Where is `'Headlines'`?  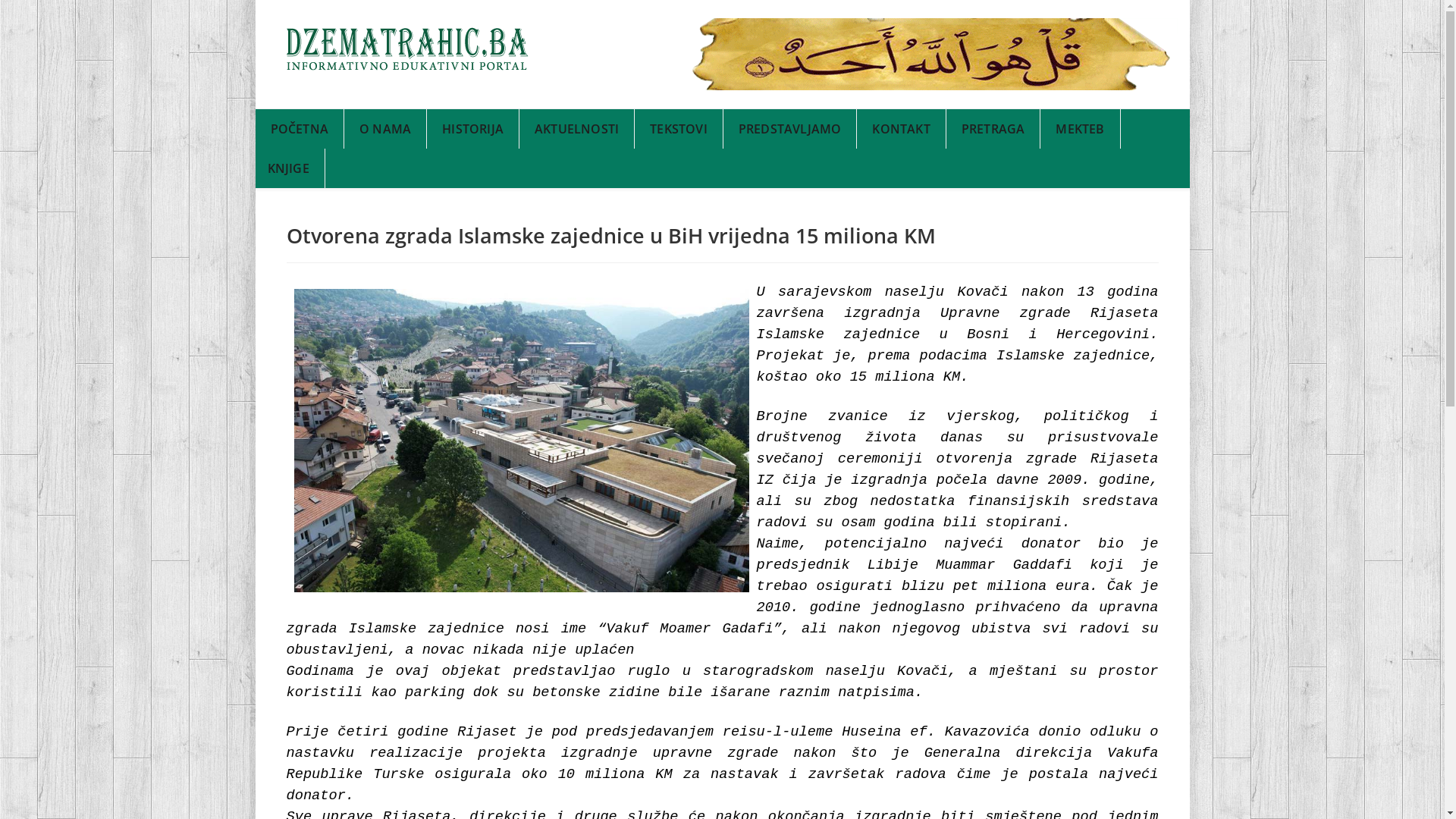
'Headlines' is located at coordinates (287, 49).